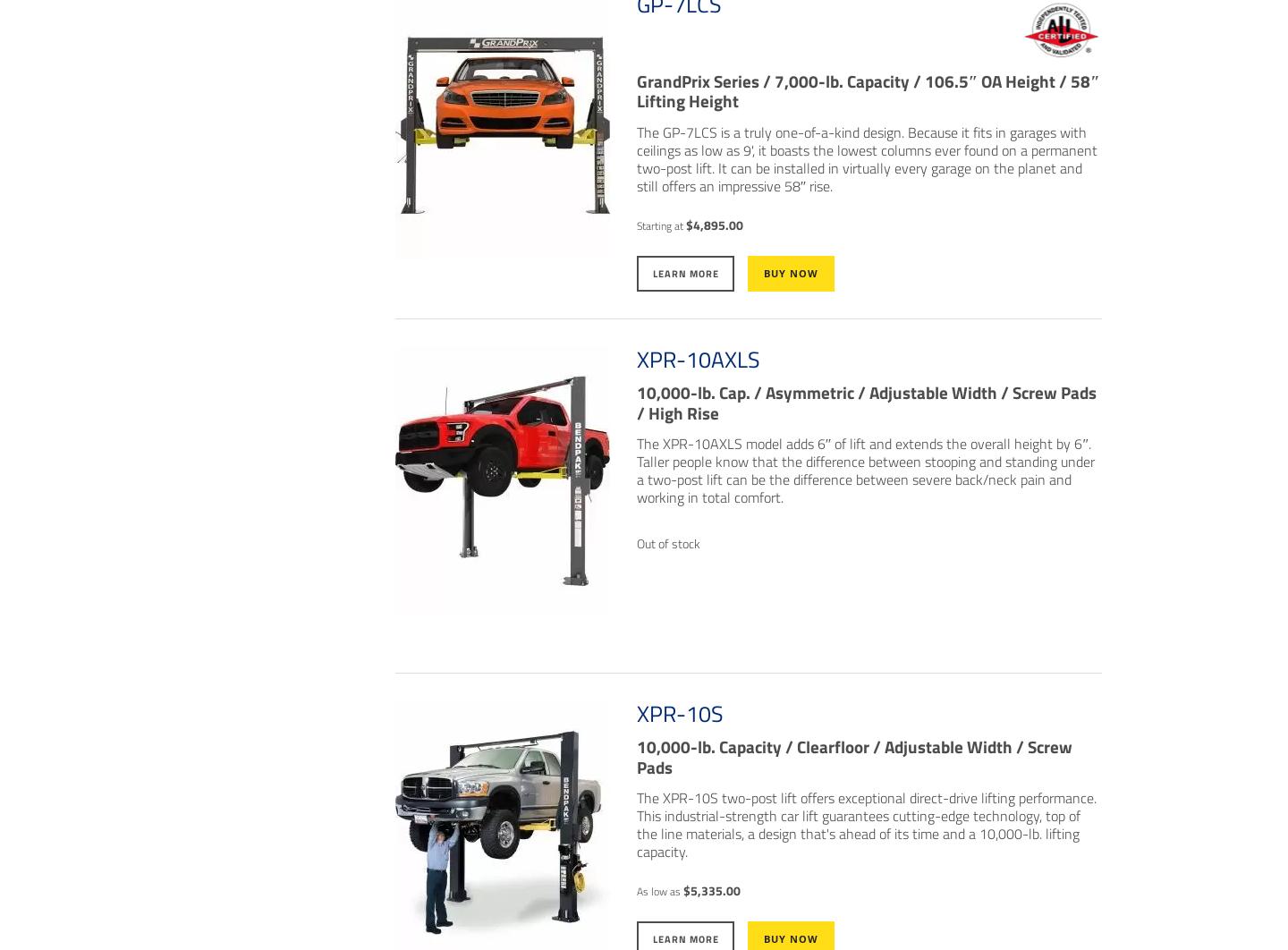  I want to click on 'As low as', so click(657, 890).